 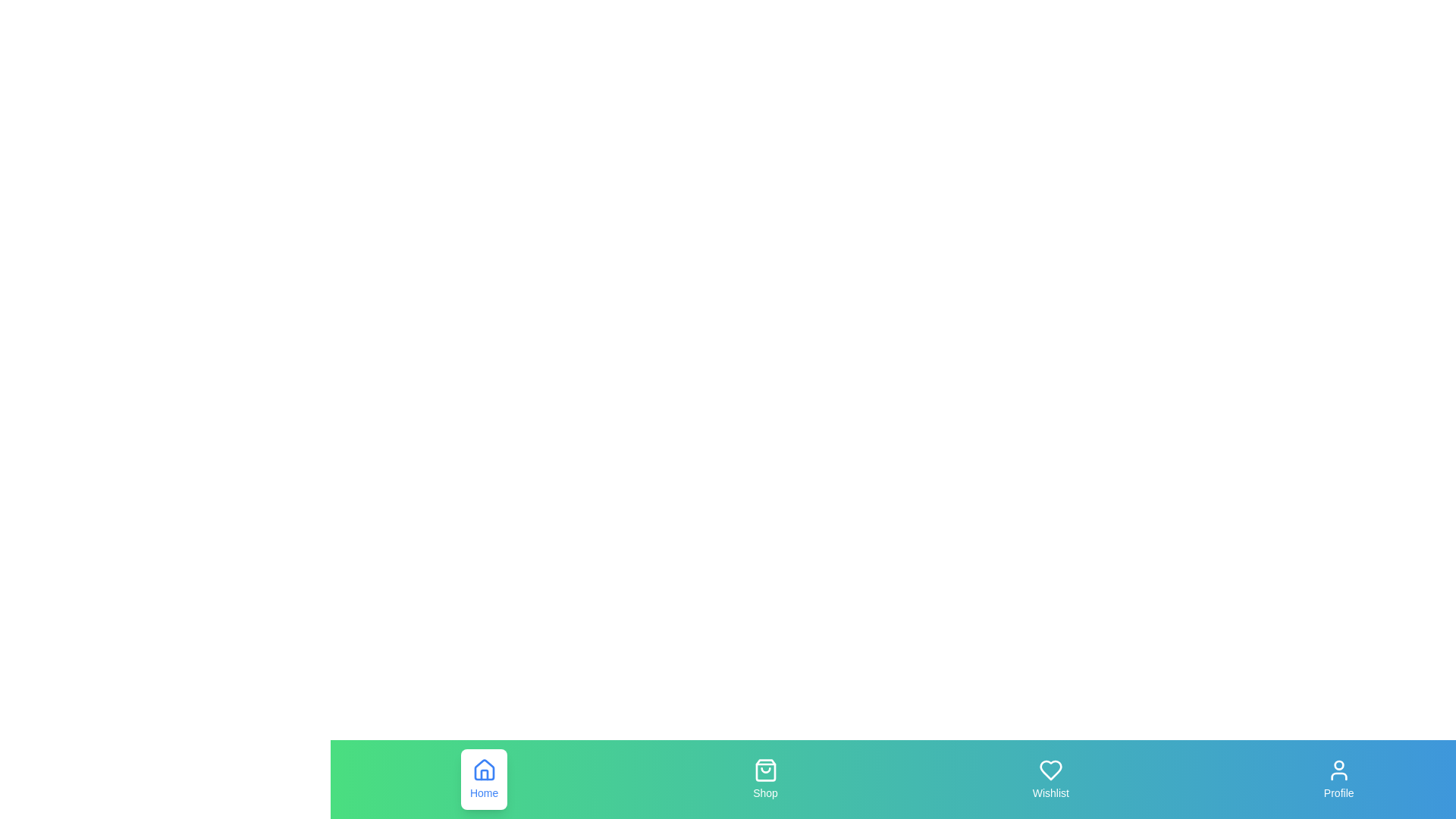 I want to click on the tab labeled Shop to observe the animation effect, so click(x=765, y=780).